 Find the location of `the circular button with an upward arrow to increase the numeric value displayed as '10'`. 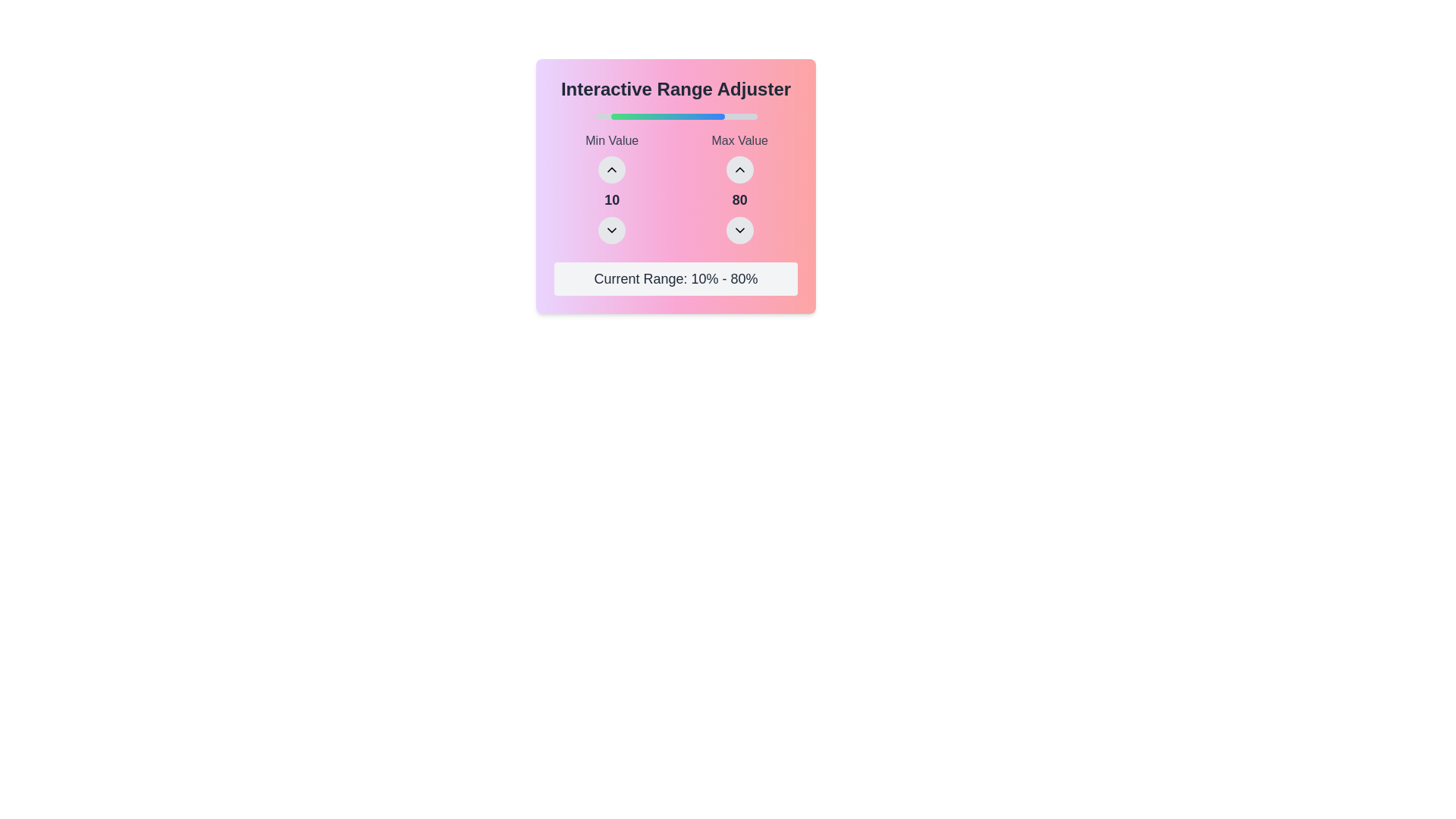

the circular button with an upward arrow to increase the numeric value displayed as '10' is located at coordinates (612, 187).